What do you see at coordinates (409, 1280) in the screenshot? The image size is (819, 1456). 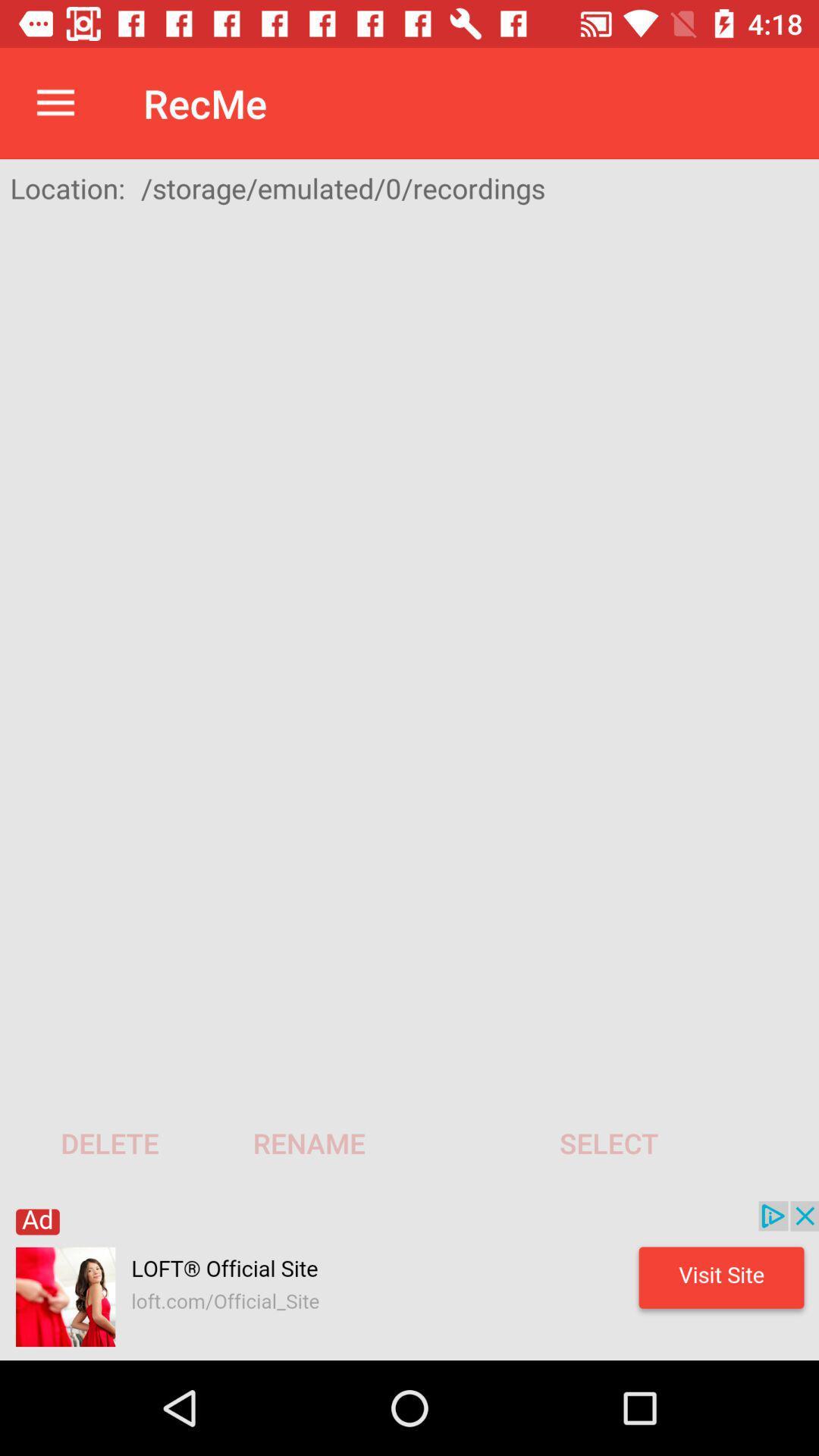 I see `advertisement` at bounding box center [409, 1280].